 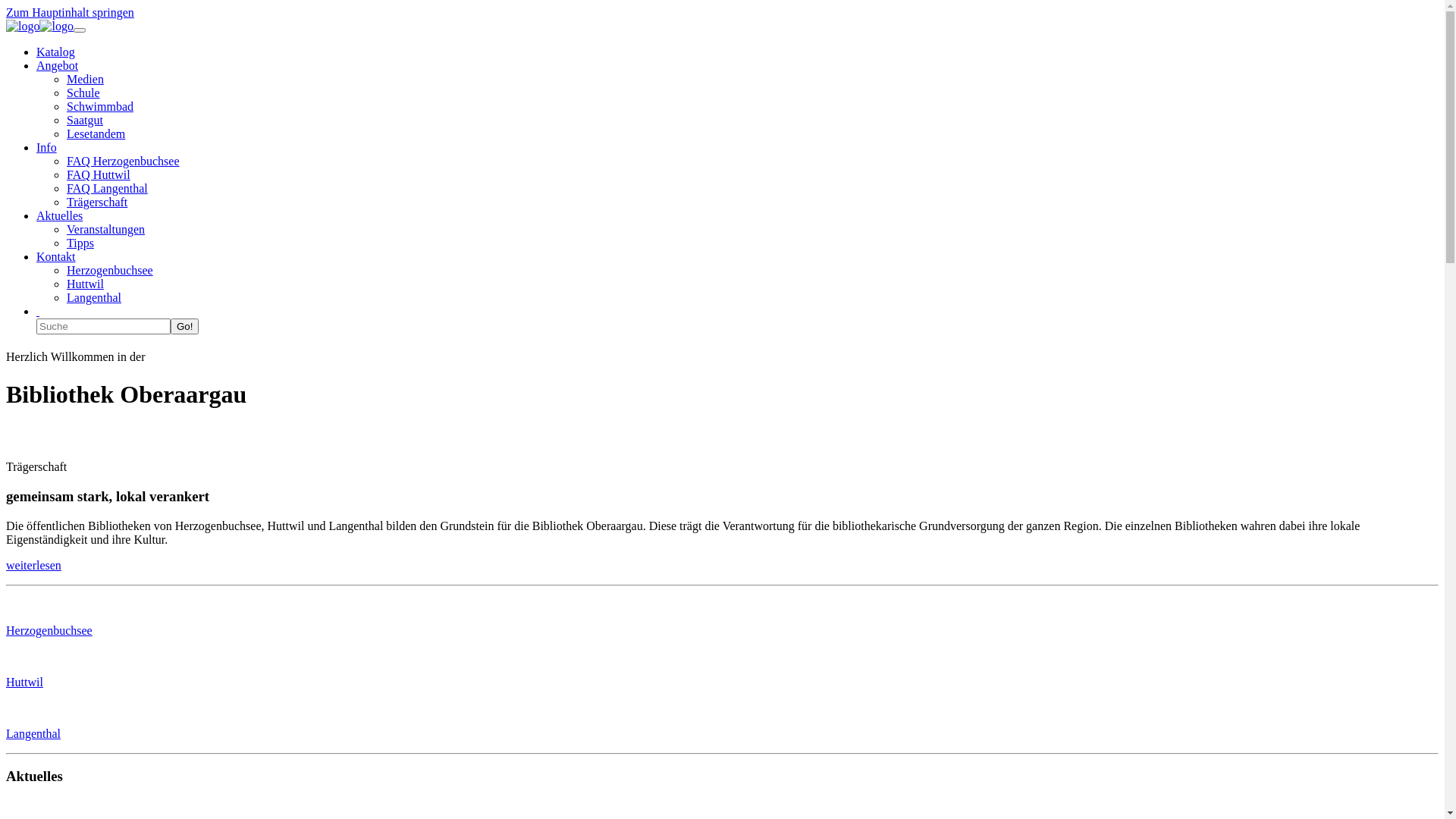 What do you see at coordinates (79, 242) in the screenshot?
I see `'Tipps'` at bounding box center [79, 242].